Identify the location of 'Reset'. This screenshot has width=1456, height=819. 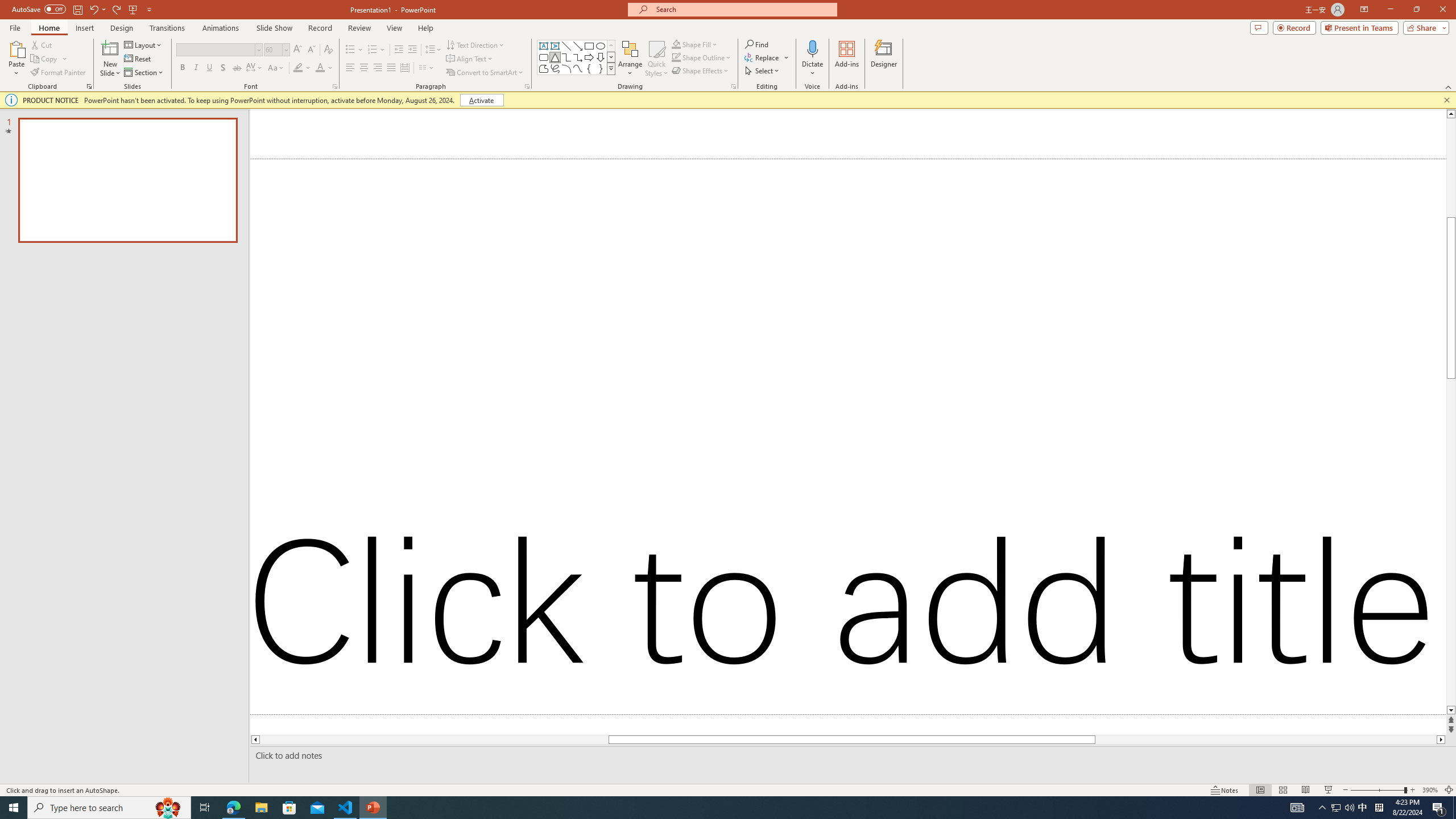
(138, 59).